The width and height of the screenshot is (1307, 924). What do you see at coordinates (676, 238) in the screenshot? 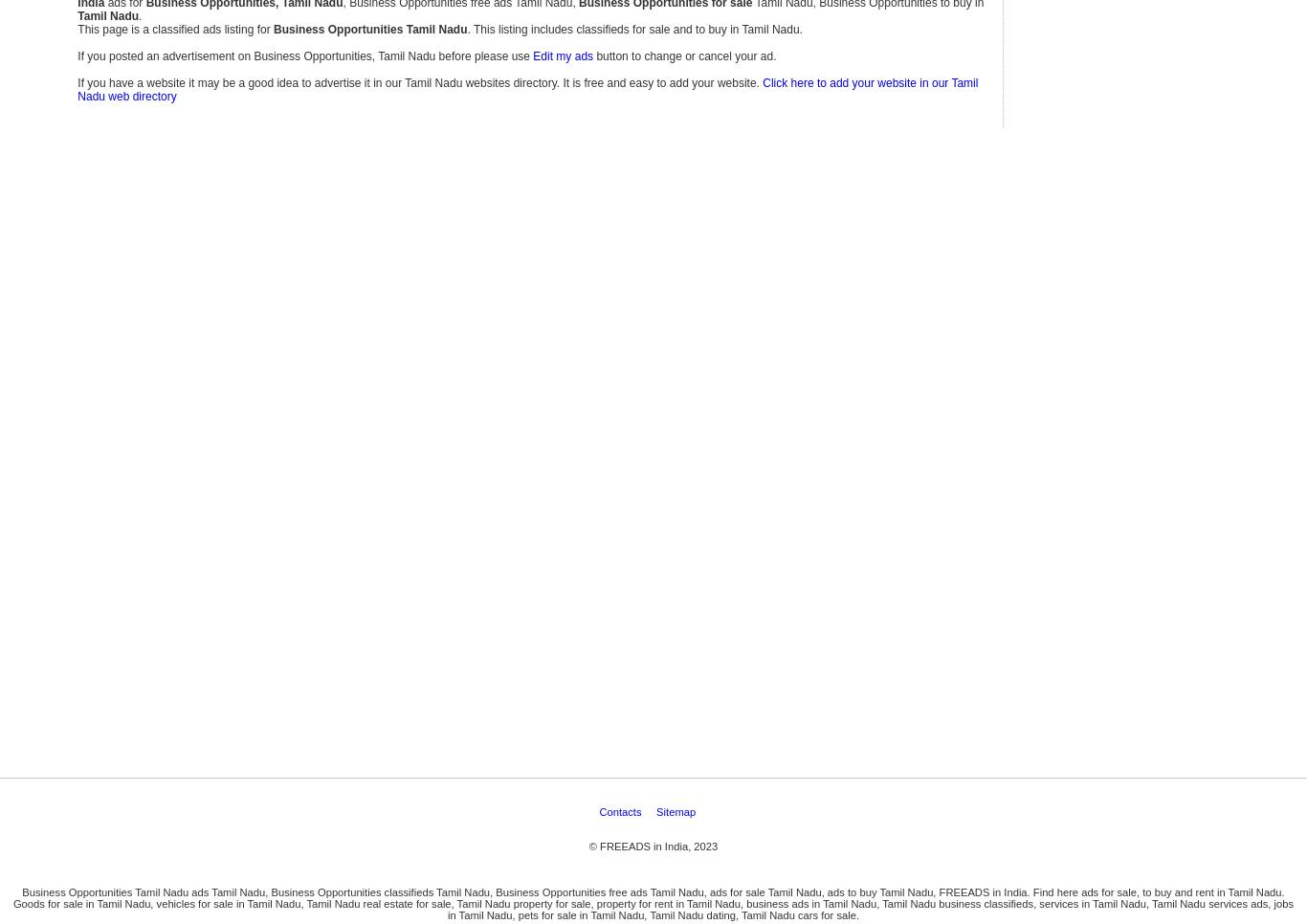
I see `'Sitemap'` at bounding box center [676, 238].